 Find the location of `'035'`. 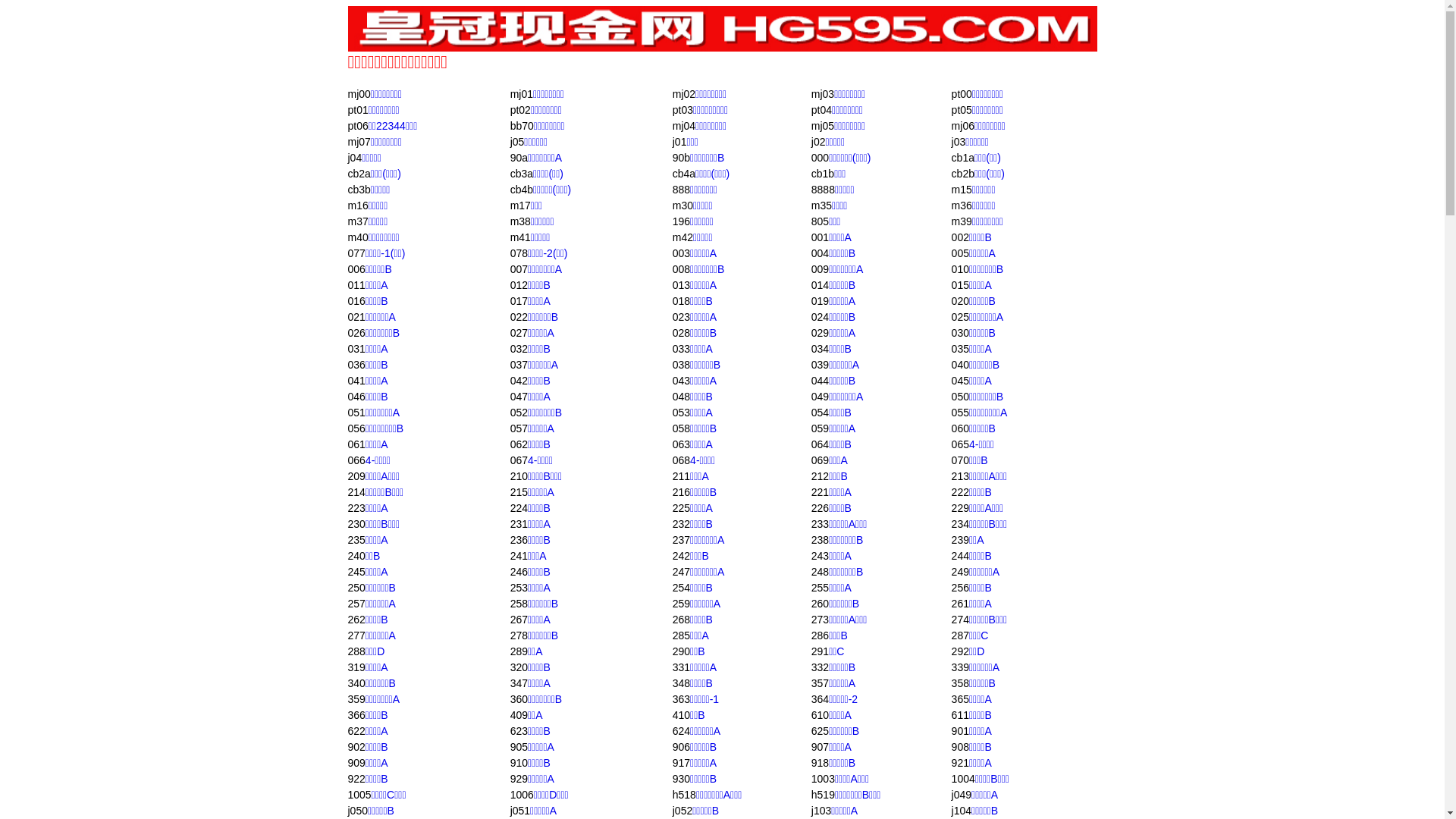

'035' is located at coordinates (950, 348).